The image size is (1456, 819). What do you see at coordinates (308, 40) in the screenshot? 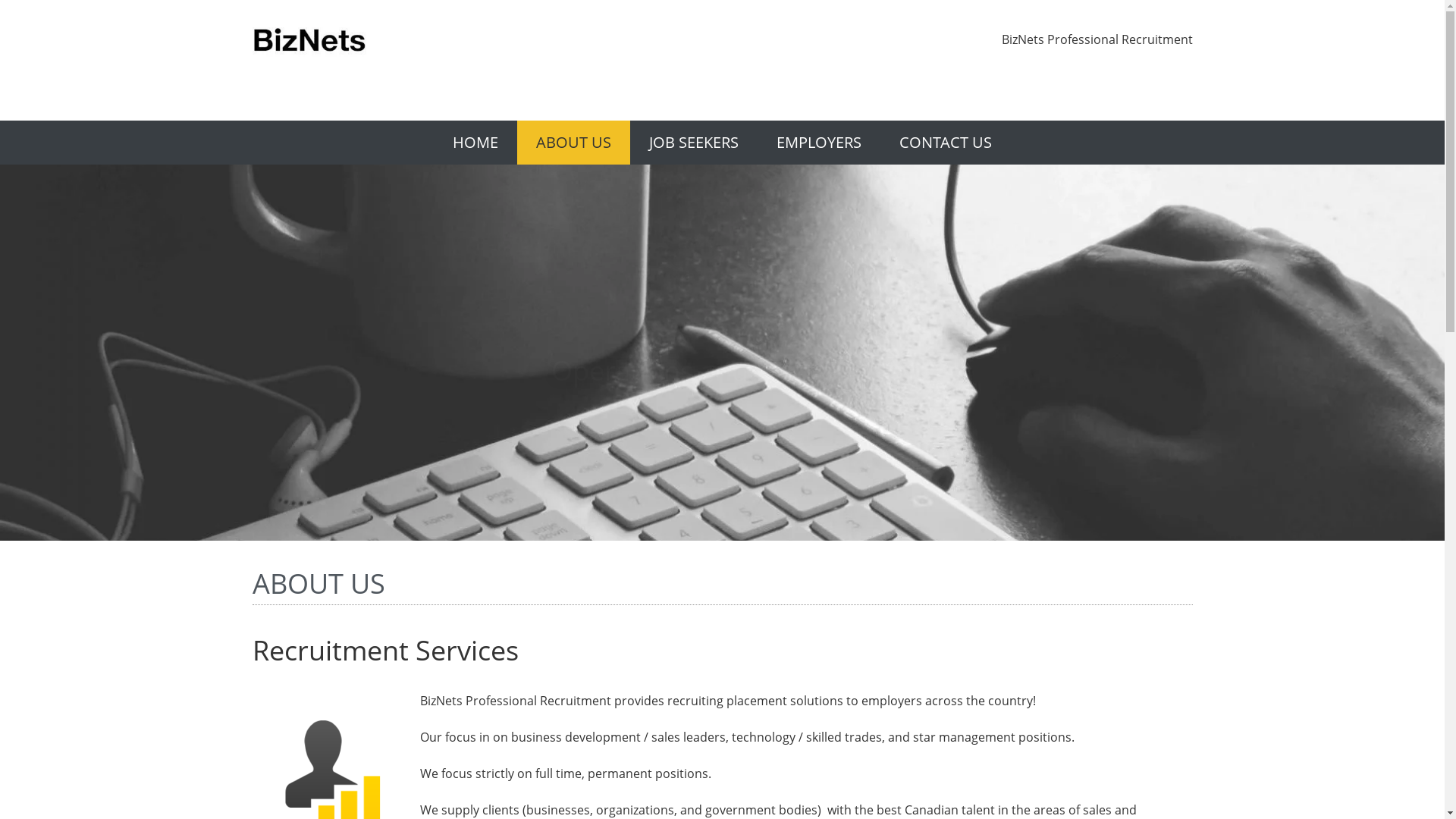
I see `'Go to site home page'` at bounding box center [308, 40].